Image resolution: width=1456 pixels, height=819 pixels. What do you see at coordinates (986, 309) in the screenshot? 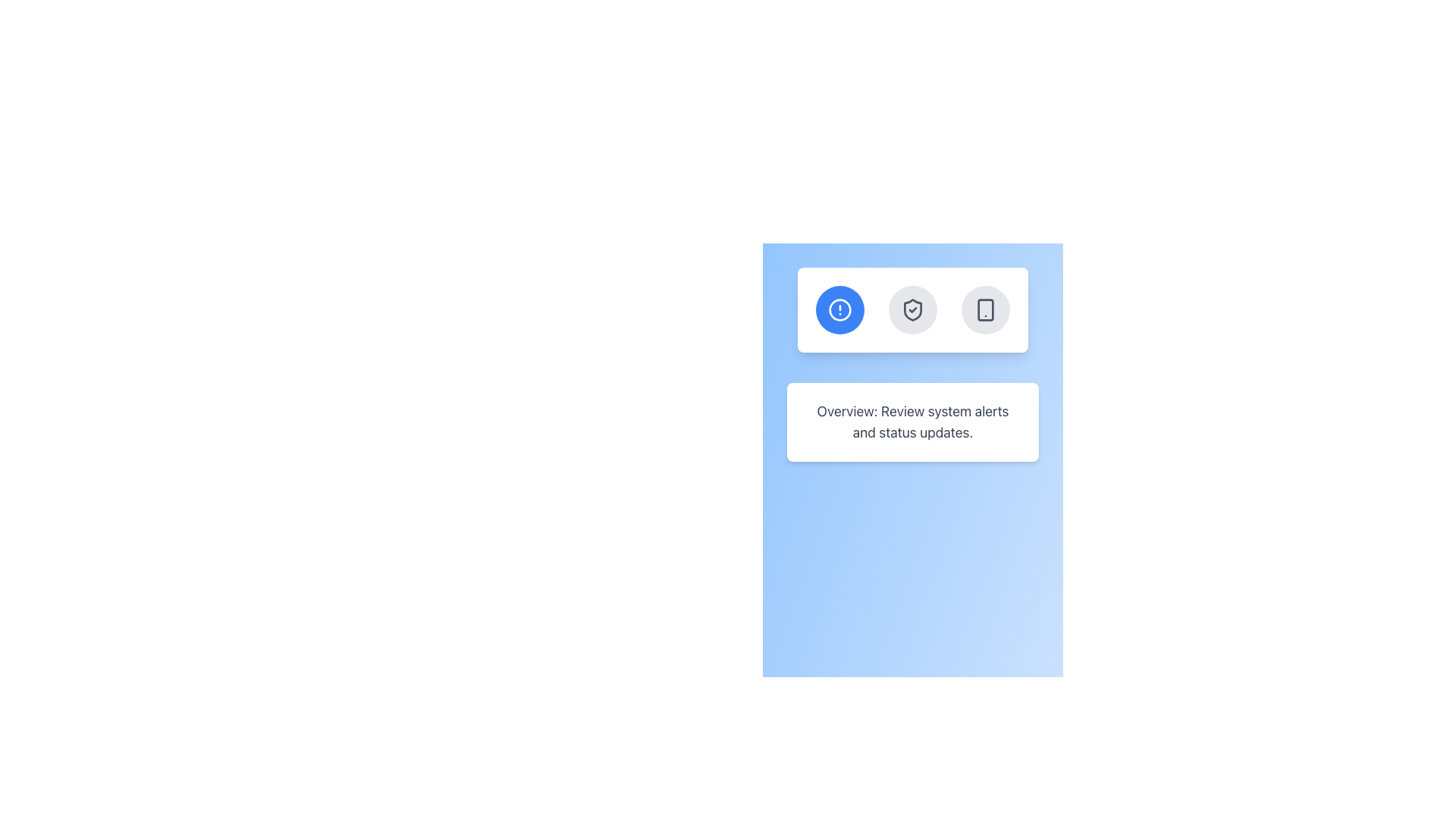
I see `the third button in a horizontal row of circular buttons within a blue rectangular card, which is associated with smartphone-related settings or actions` at bounding box center [986, 309].